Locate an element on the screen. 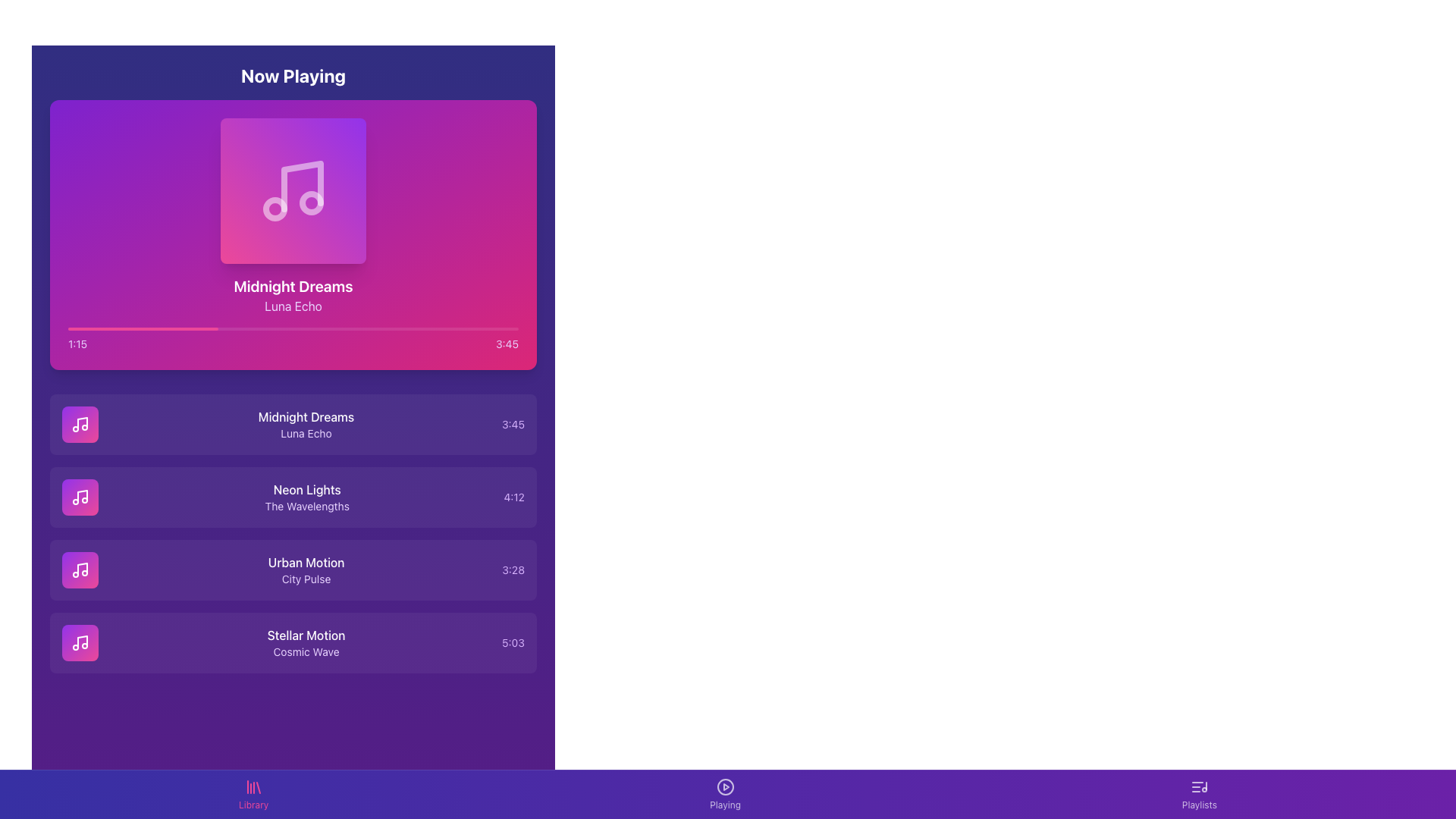 The image size is (1456, 819). the slider is located at coordinates (99, 328).